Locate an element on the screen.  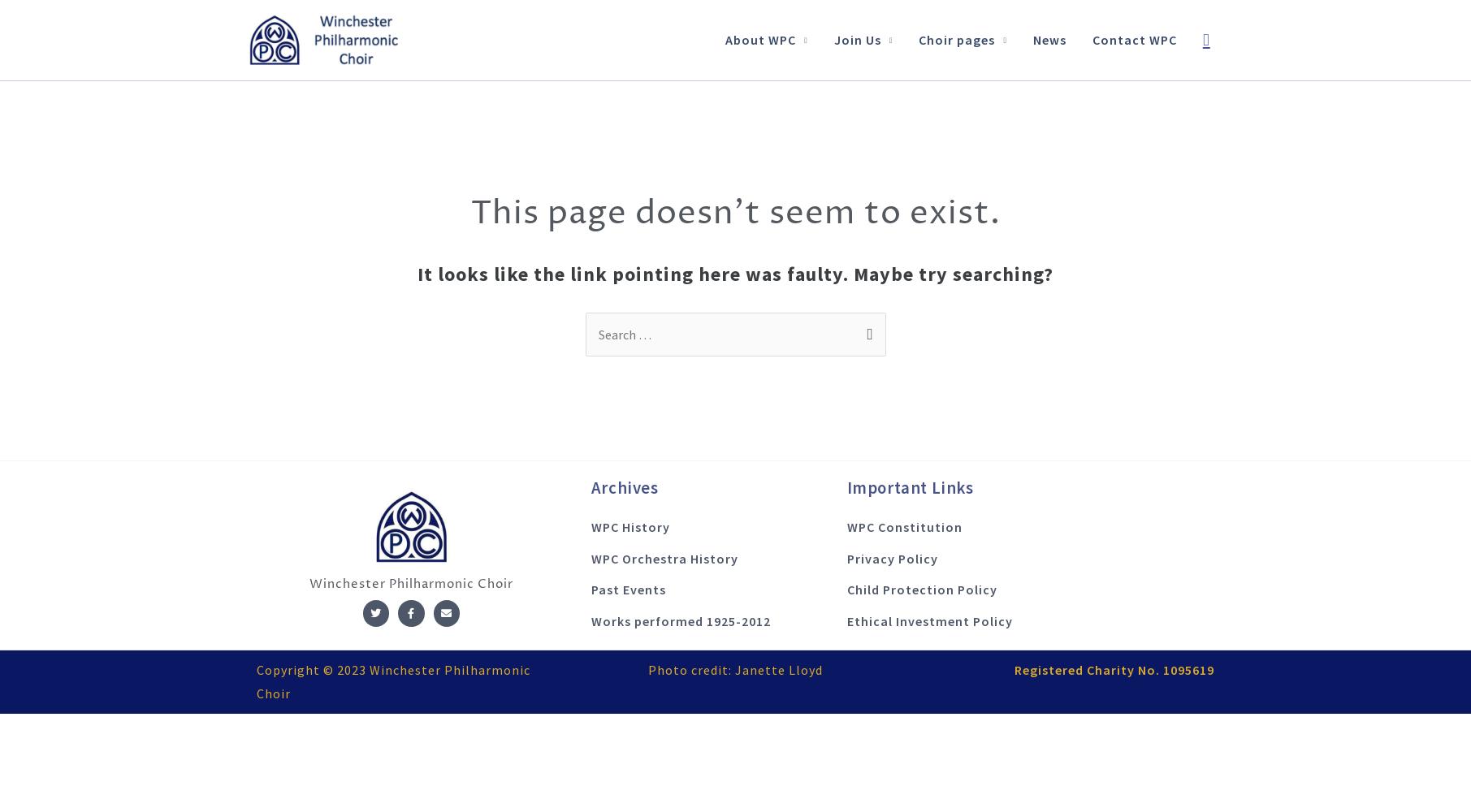
'Privacy Policy' is located at coordinates (846, 558).